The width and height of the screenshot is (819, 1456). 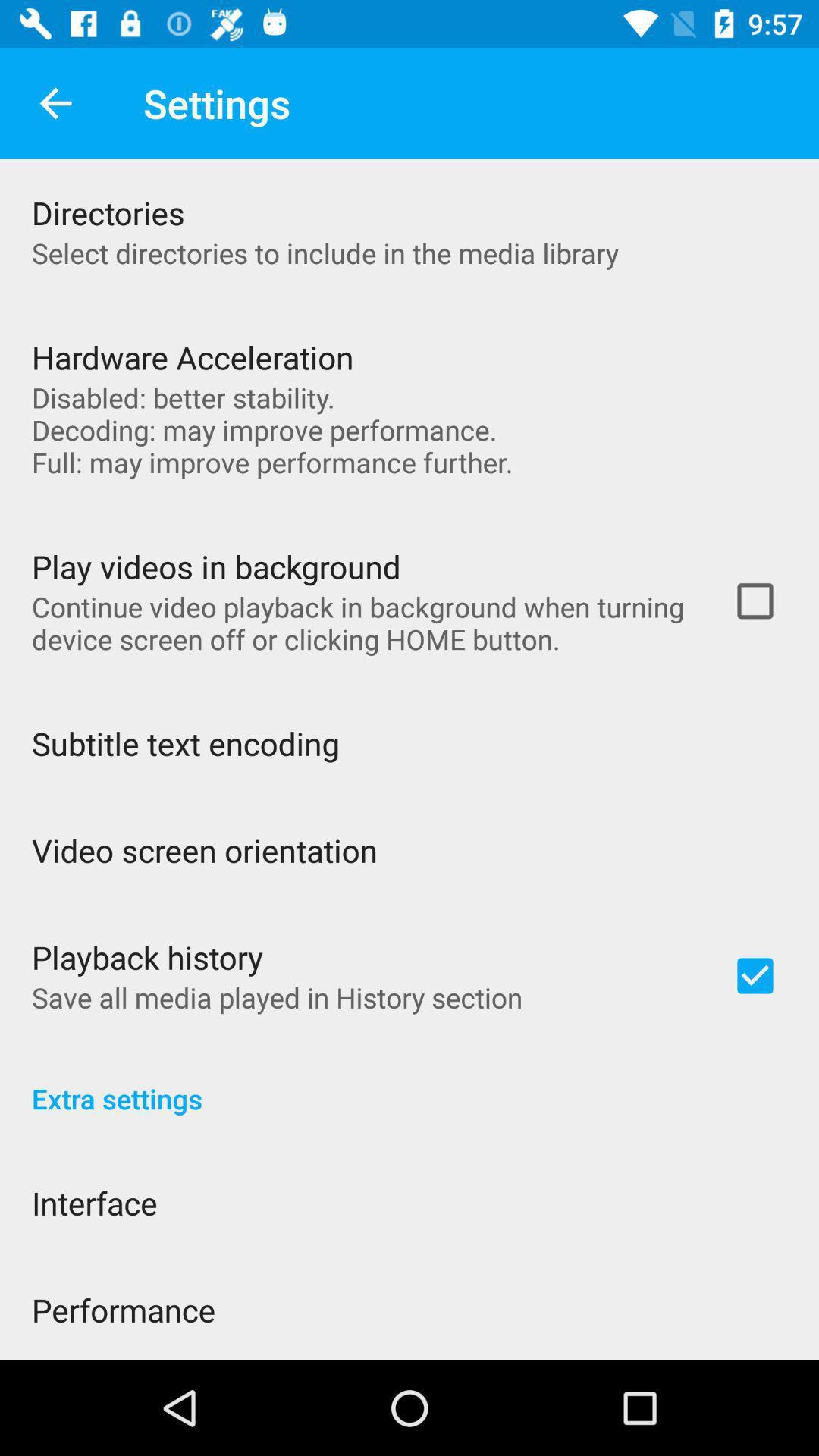 I want to click on the item above the interface item, so click(x=409, y=1082).